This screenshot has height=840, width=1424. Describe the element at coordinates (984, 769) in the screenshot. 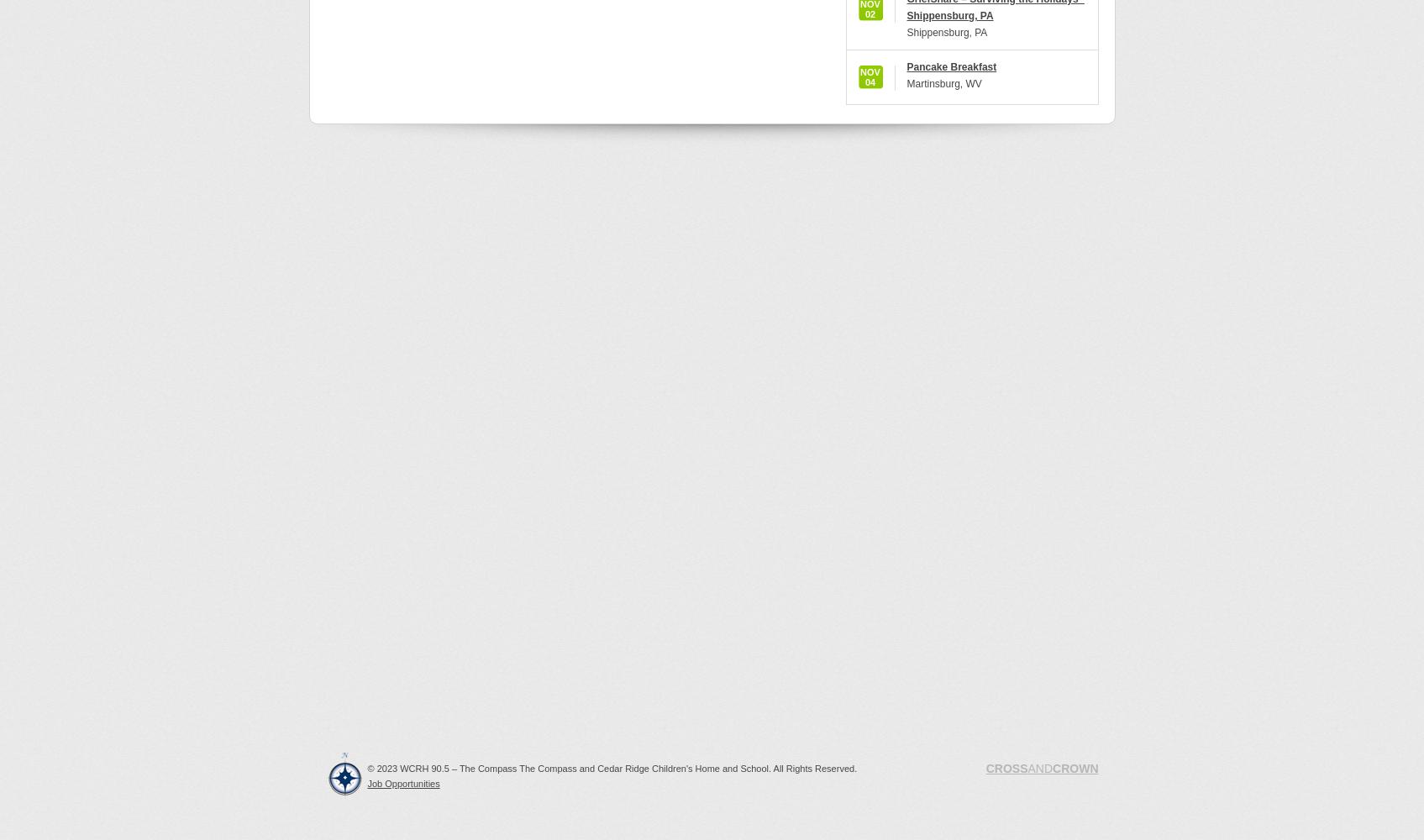

I see `'CROSS'` at that location.